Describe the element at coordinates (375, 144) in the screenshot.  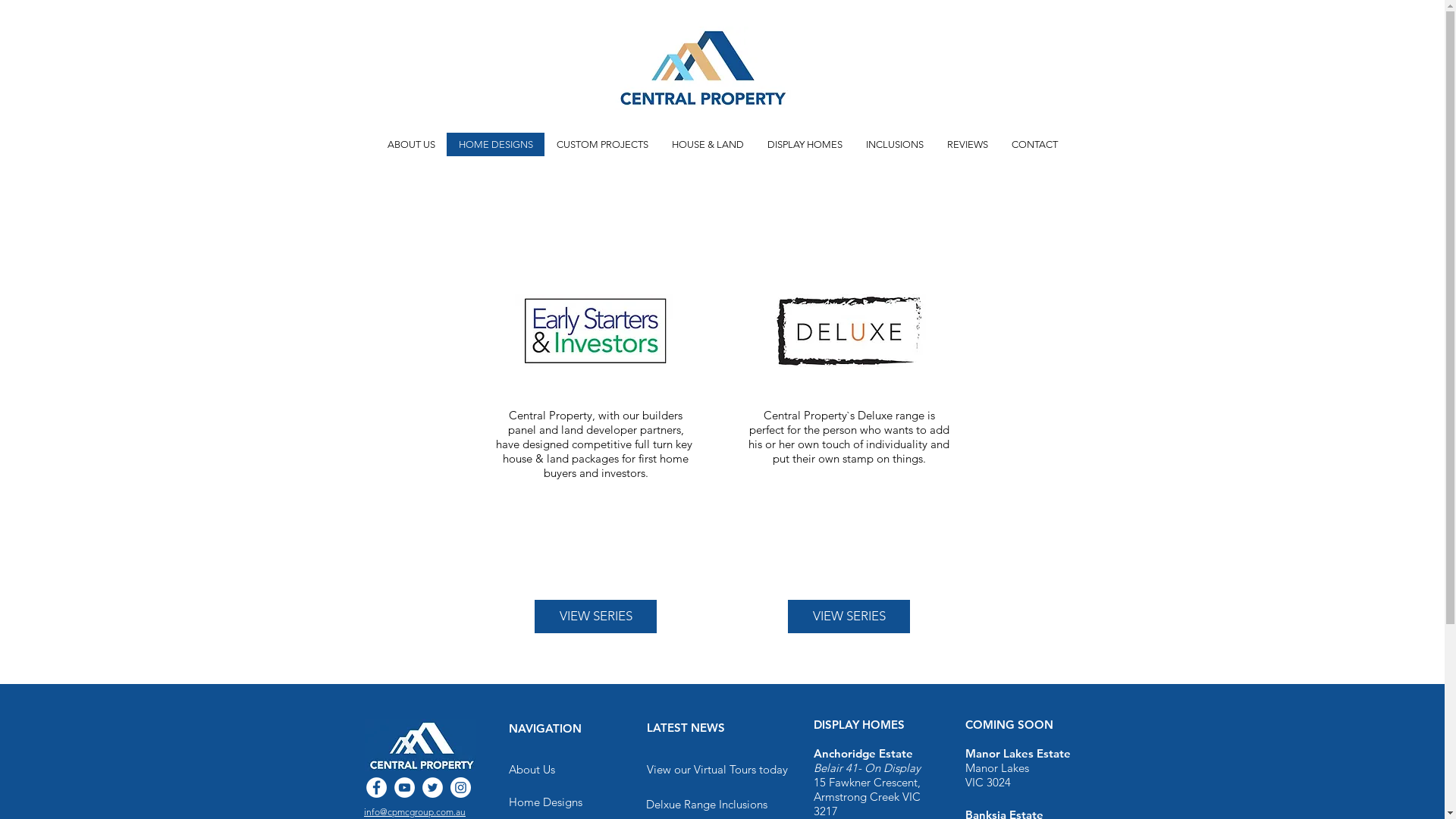
I see `'ABOUT US'` at that location.